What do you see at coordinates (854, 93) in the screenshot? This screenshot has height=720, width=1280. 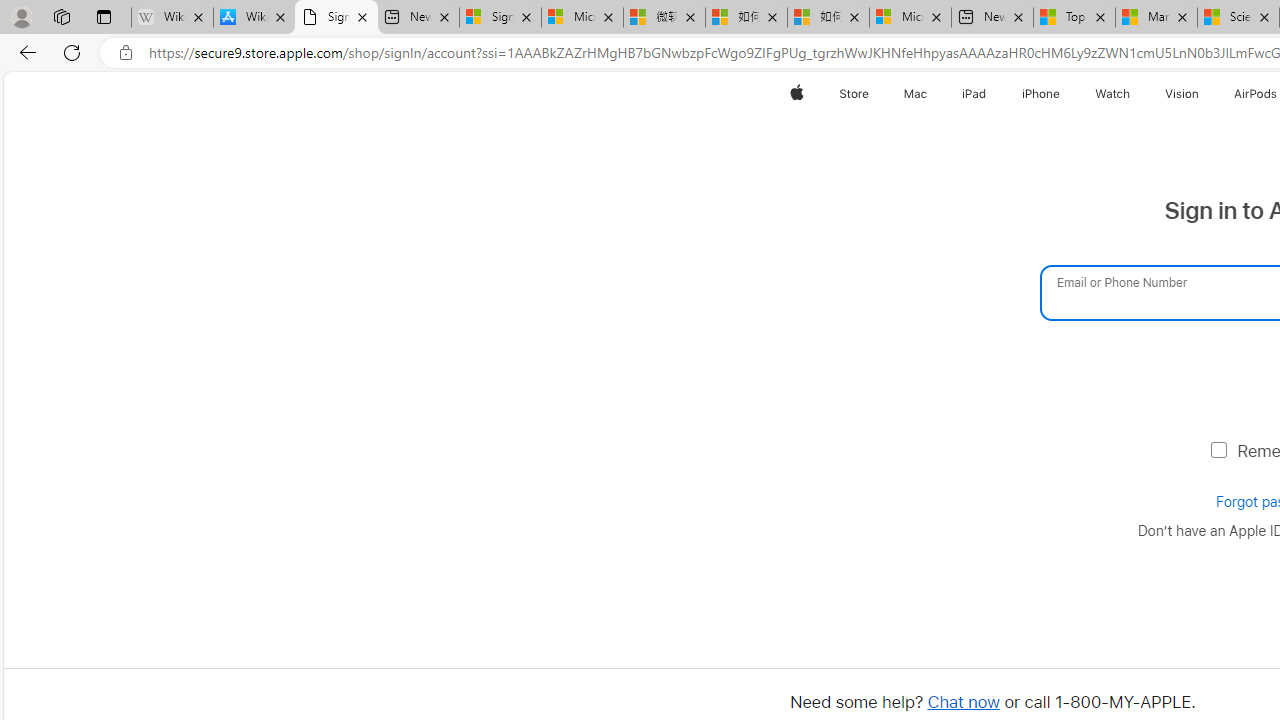 I see `'Store'` at bounding box center [854, 93].